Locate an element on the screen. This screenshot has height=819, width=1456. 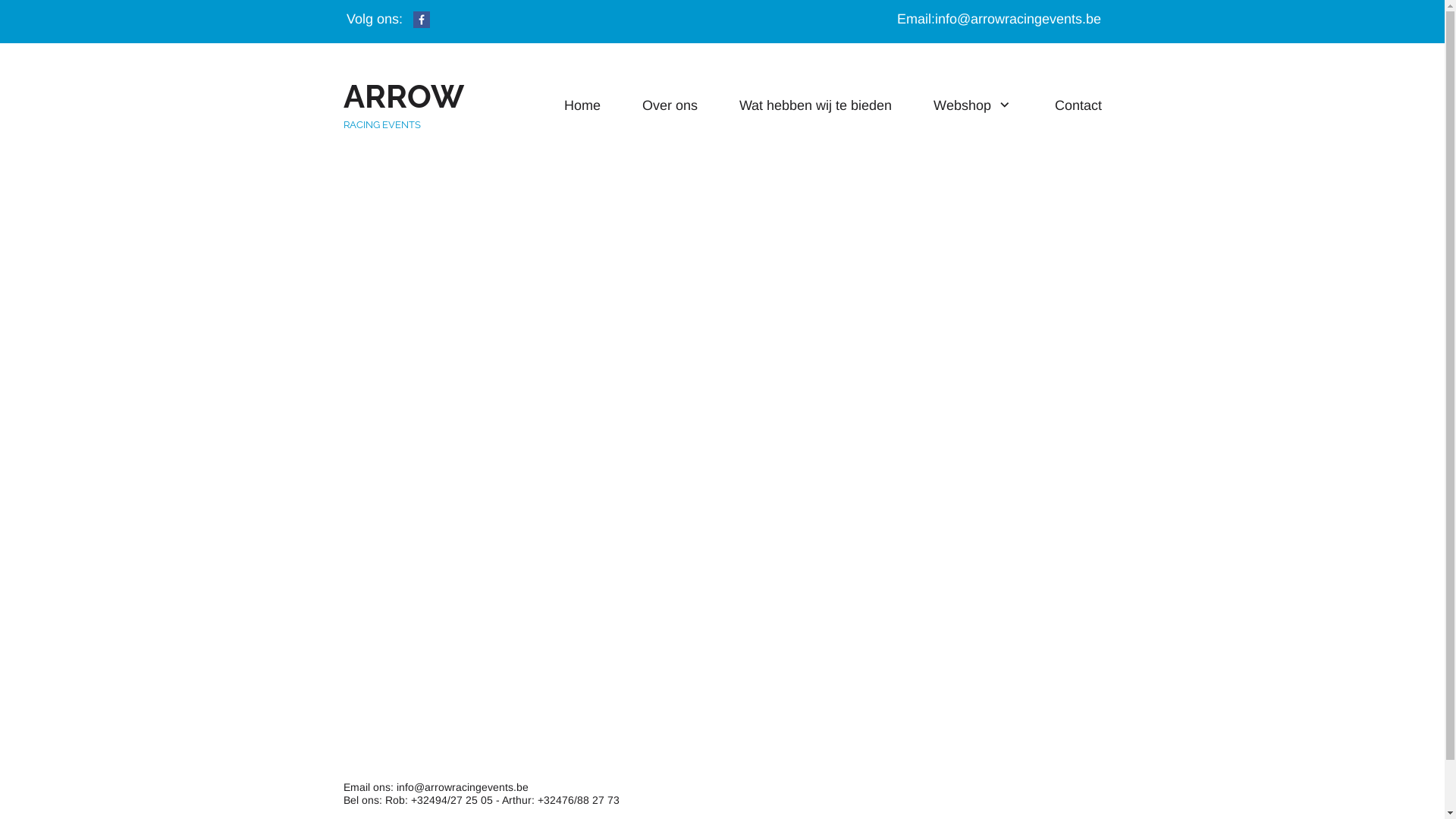
'Over ons' is located at coordinates (669, 104).